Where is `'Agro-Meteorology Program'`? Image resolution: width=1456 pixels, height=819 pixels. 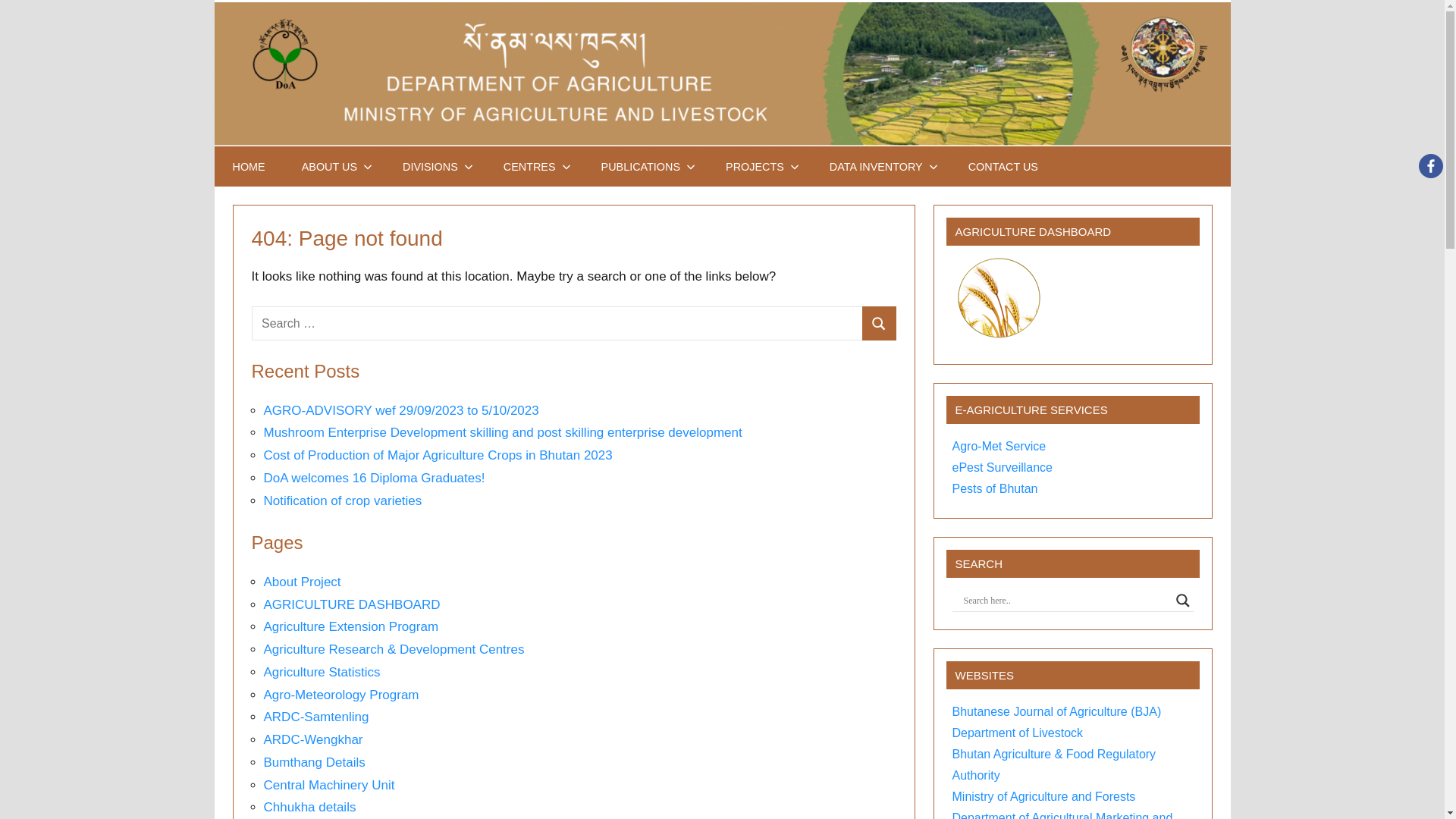
'Agro-Meteorology Program' is located at coordinates (340, 695).